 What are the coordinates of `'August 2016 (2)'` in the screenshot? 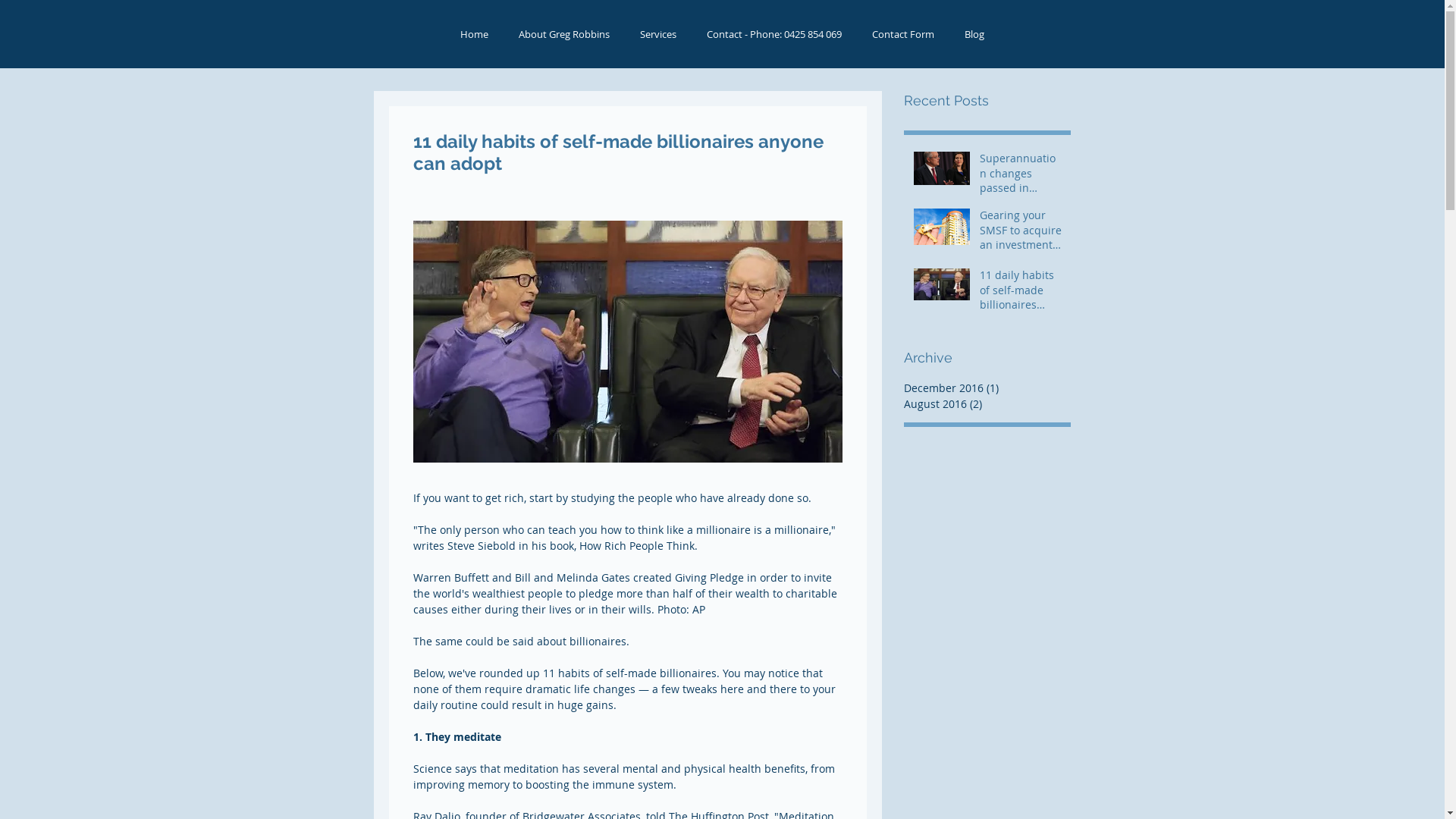 It's located at (983, 403).